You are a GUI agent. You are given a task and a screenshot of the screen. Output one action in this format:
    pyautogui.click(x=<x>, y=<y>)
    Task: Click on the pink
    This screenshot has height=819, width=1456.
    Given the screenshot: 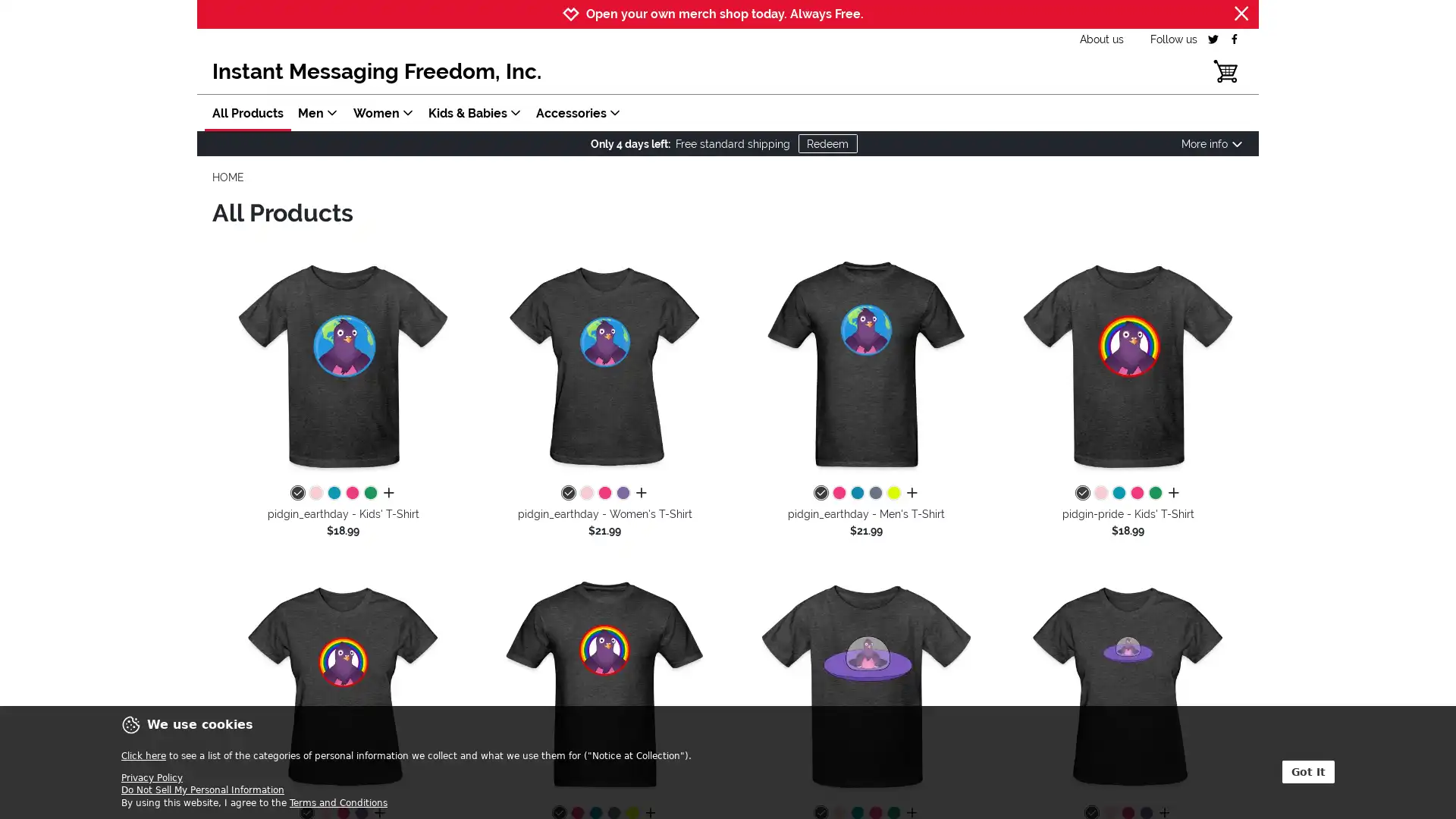 What is the action you would take?
    pyautogui.click(x=1100, y=494)
    